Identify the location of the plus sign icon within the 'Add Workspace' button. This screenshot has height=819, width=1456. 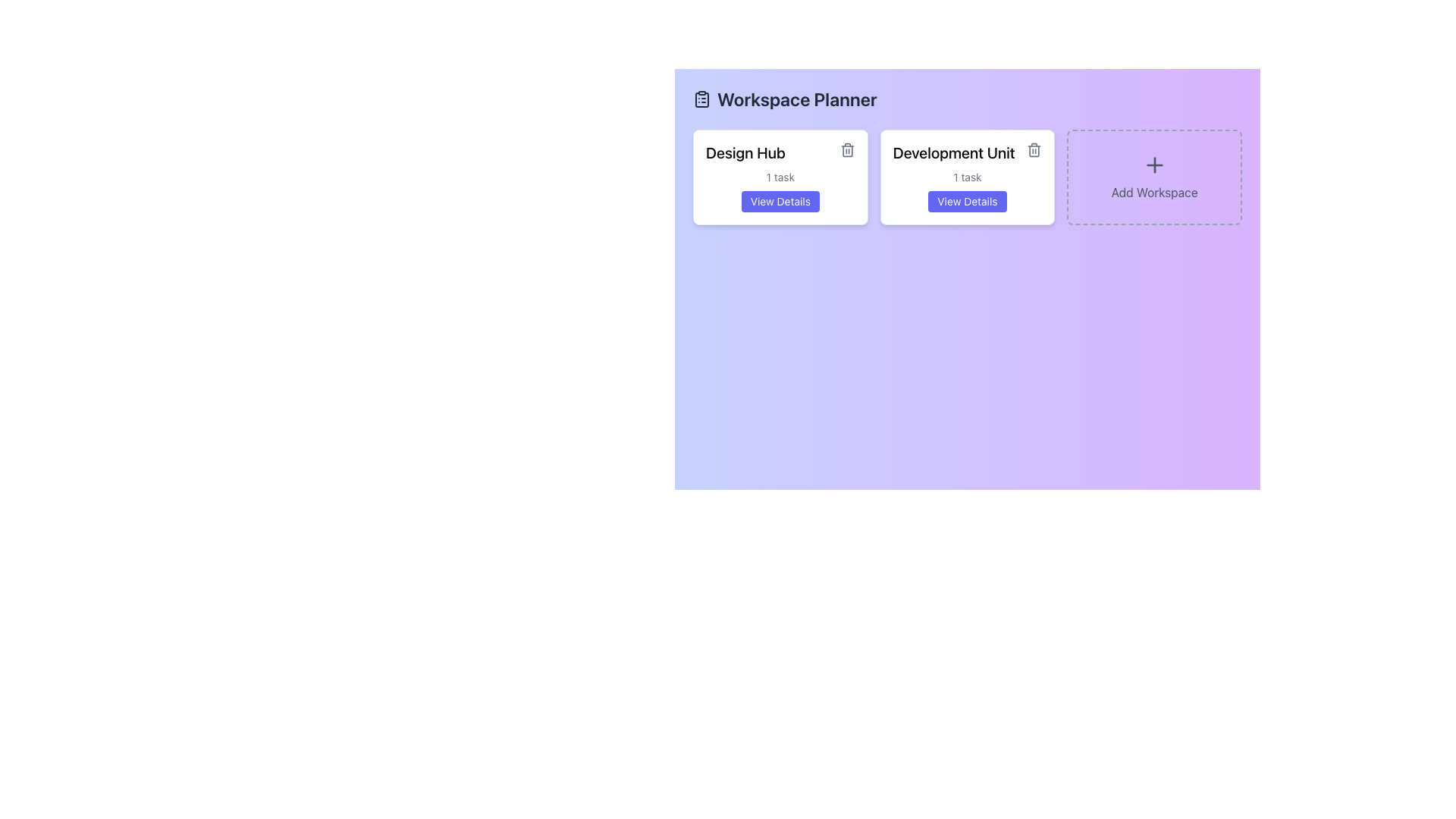
(1153, 165).